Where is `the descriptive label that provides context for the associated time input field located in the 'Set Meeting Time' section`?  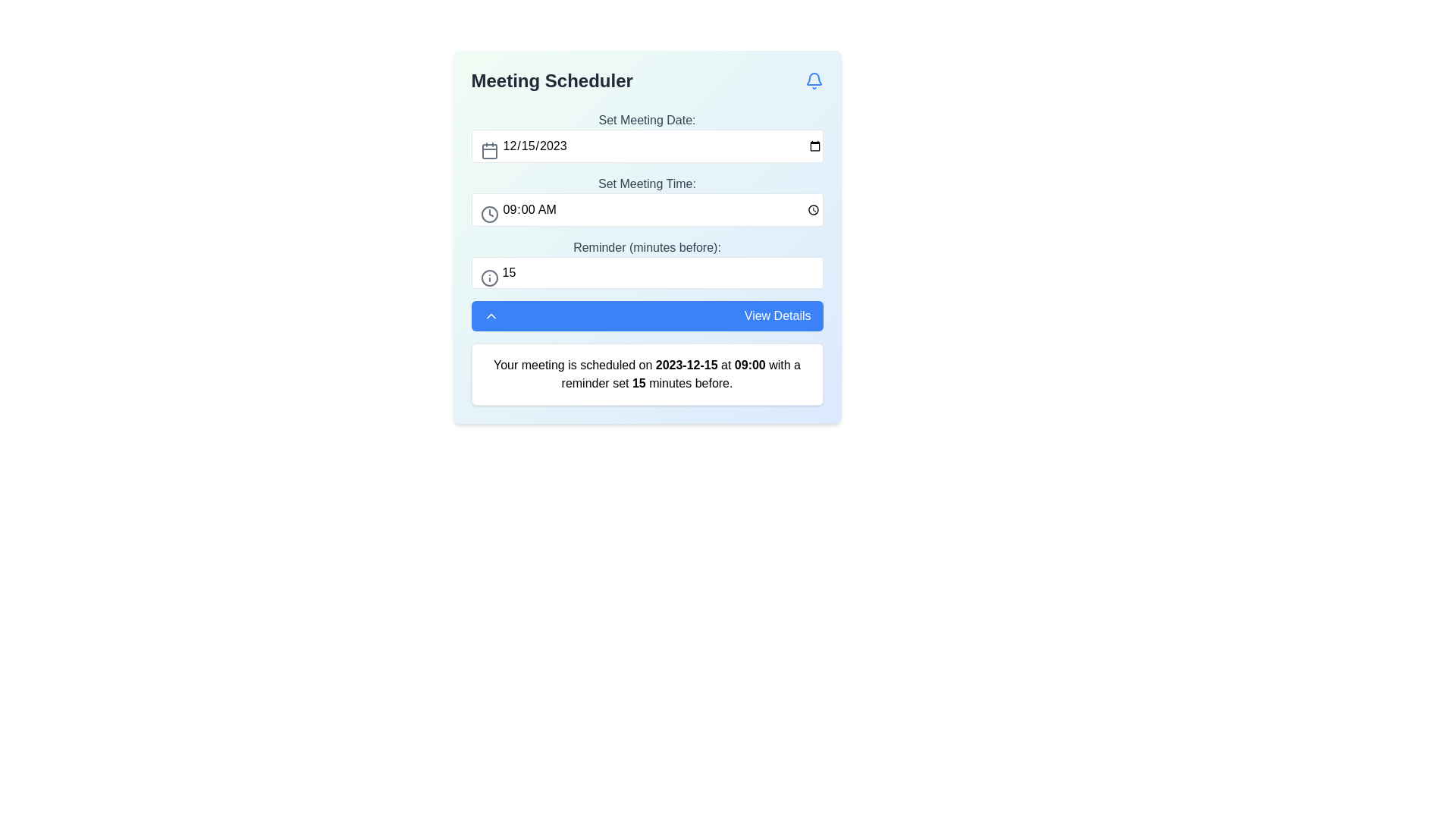
the descriptive label that provides context for the associated time input field located in the 'Set Meeting Time' section is located at coordinates (647, 184).